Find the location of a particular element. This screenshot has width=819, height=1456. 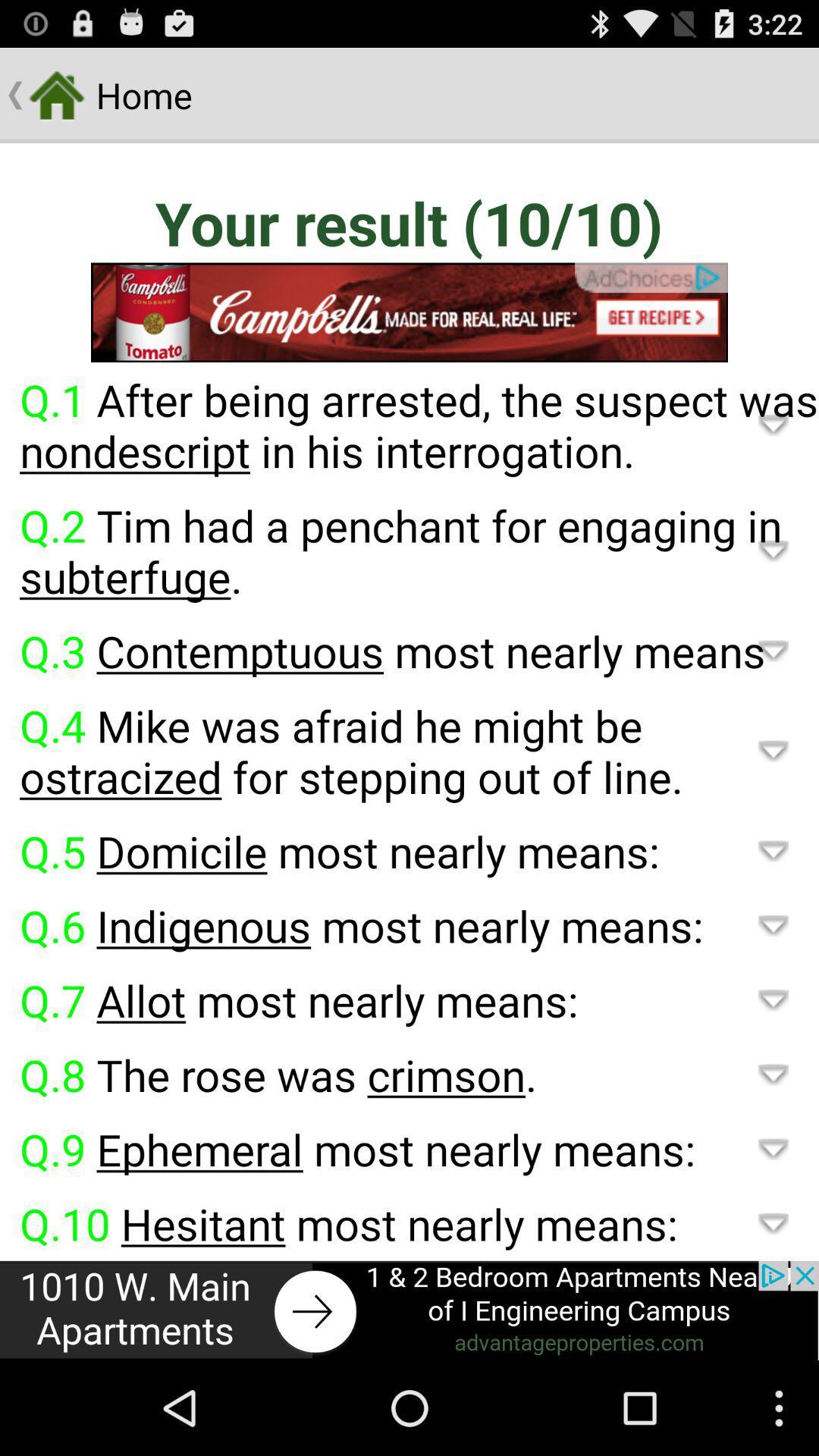

advertisement is located at coordinates (409, 1310).